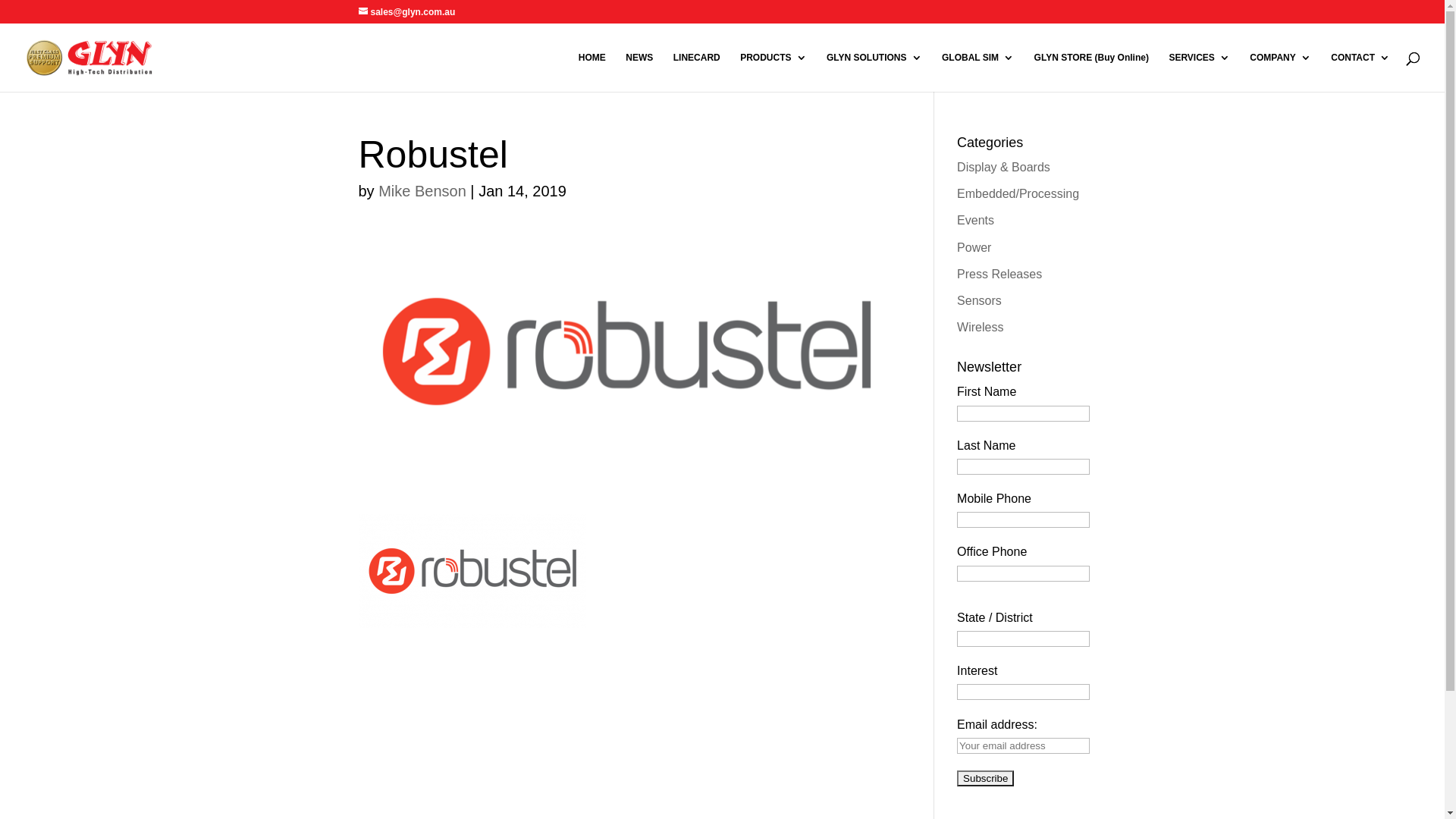 This screenshot has height=819, width=1456. I want to click on 'GLYN STORE (Buy Online)', so click(1033, 72).